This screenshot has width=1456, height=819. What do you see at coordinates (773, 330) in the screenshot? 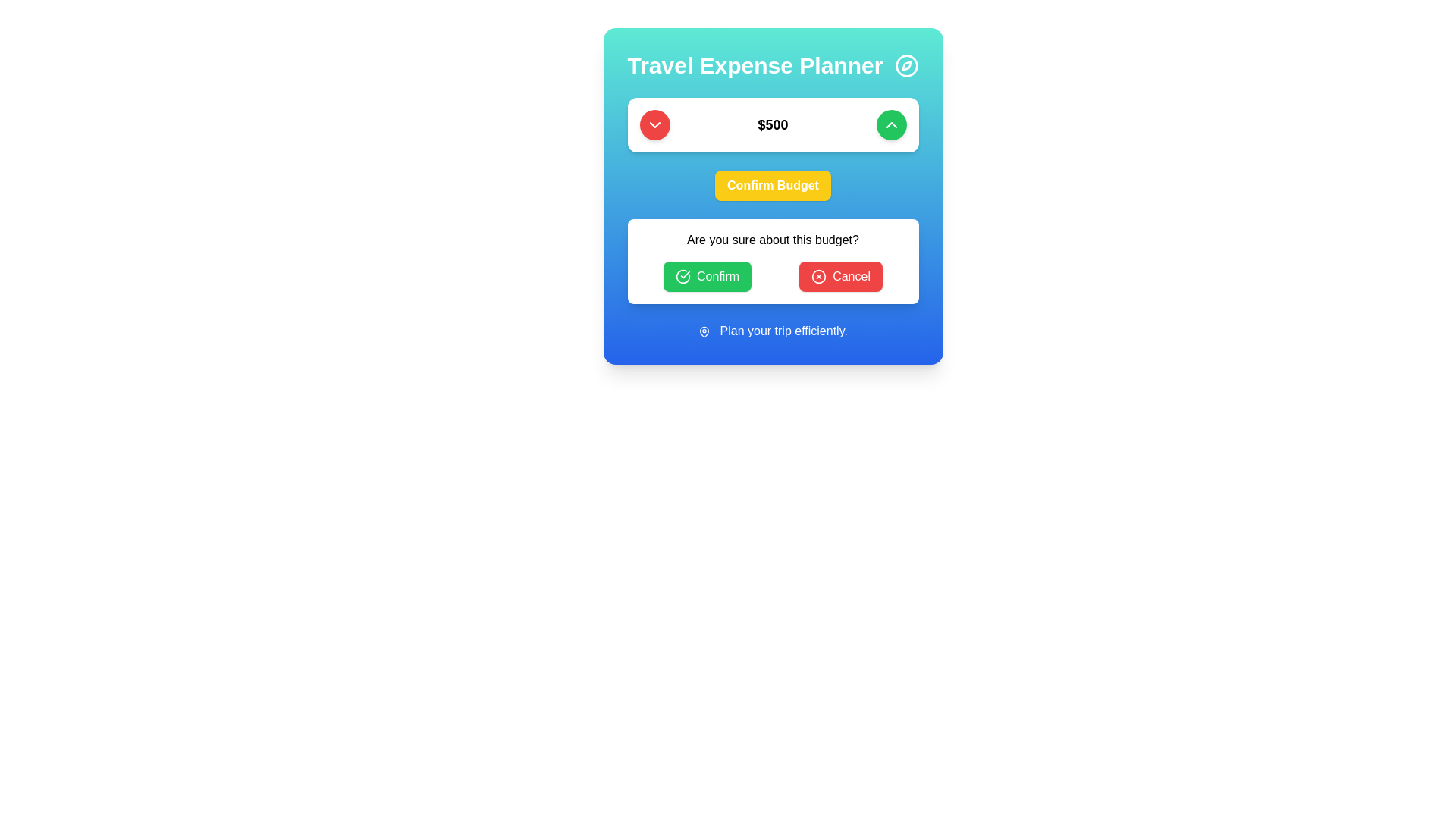
I see `informational text with an icon located at the bottom of the card interface` at bounding box center [773, 330].